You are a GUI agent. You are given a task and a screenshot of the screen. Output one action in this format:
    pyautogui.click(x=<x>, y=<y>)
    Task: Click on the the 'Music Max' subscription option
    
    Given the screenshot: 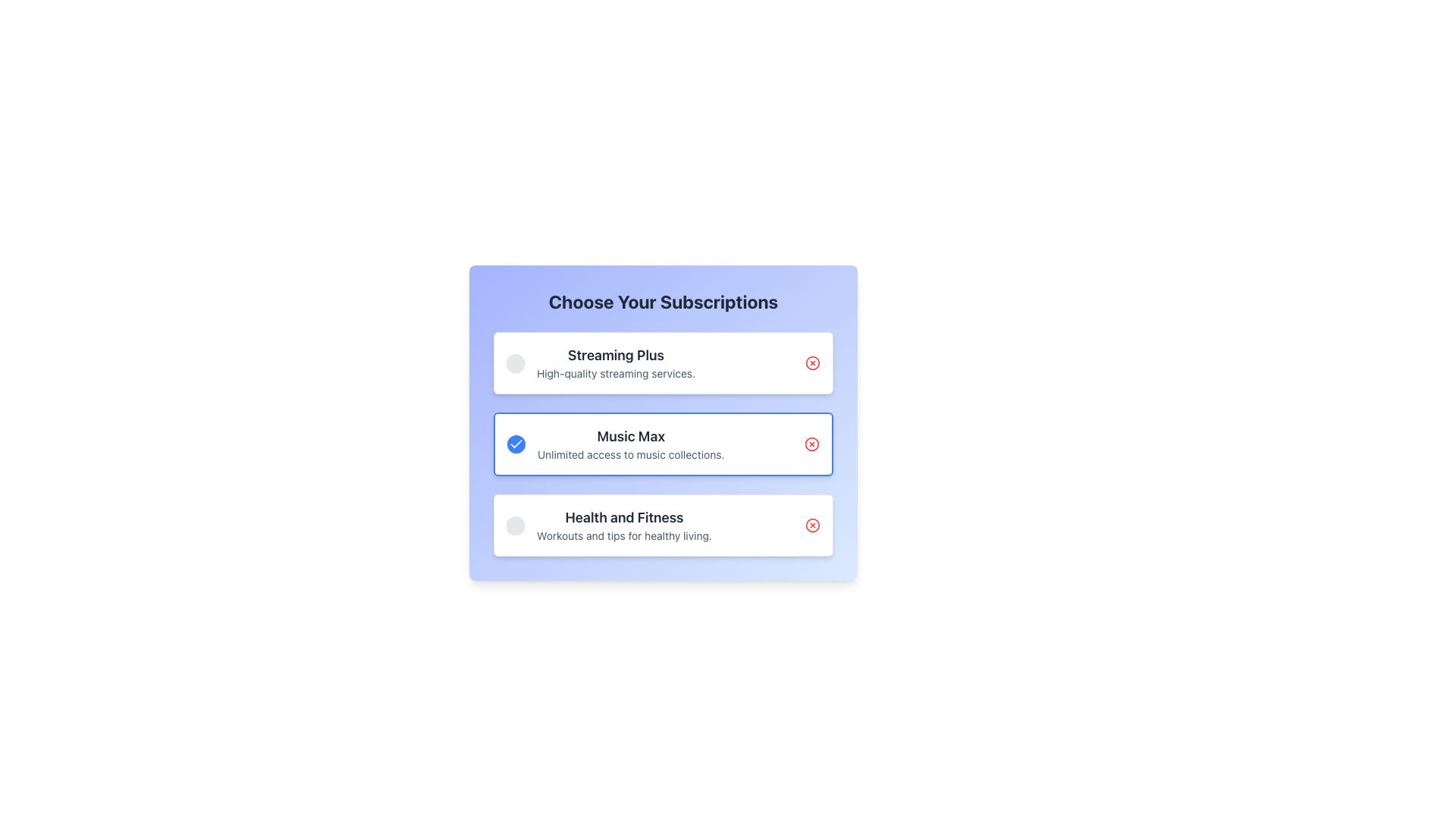 What is the action you would take?
    pyautogui.click(x=663, y=444)
    